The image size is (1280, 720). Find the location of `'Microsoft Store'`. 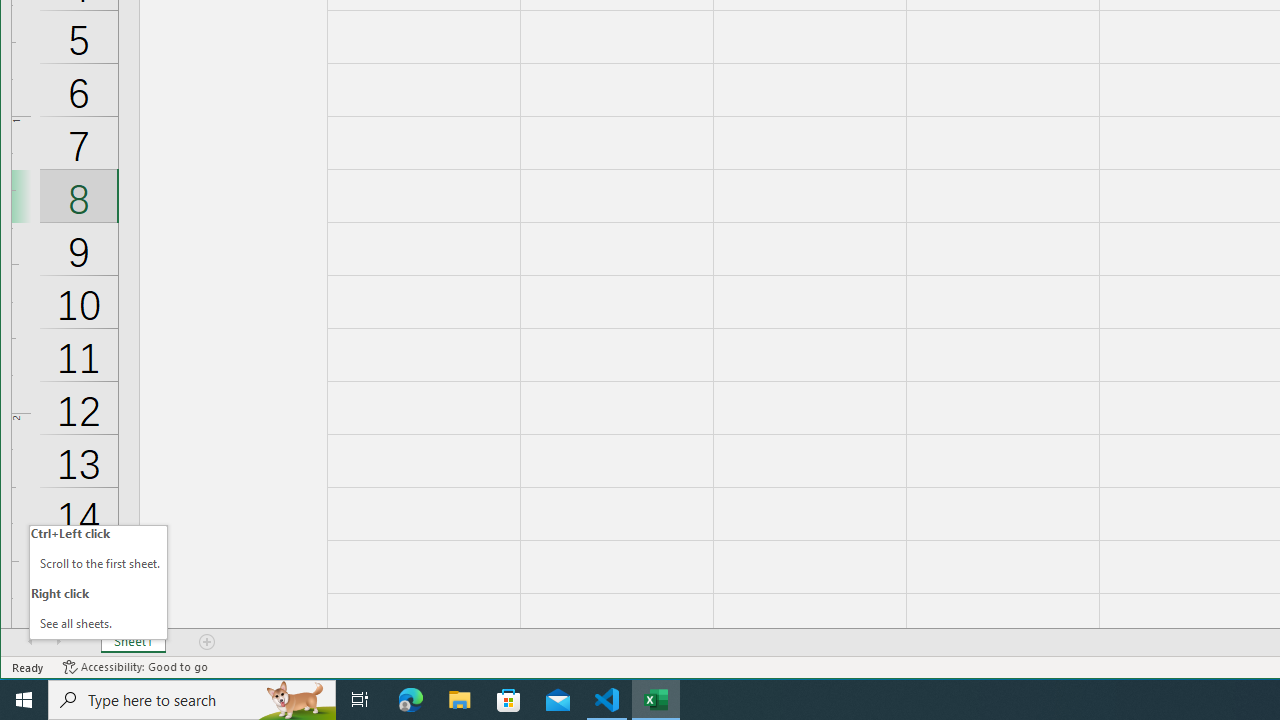

'Microsoft Store' is located at coordinates (509, 698).